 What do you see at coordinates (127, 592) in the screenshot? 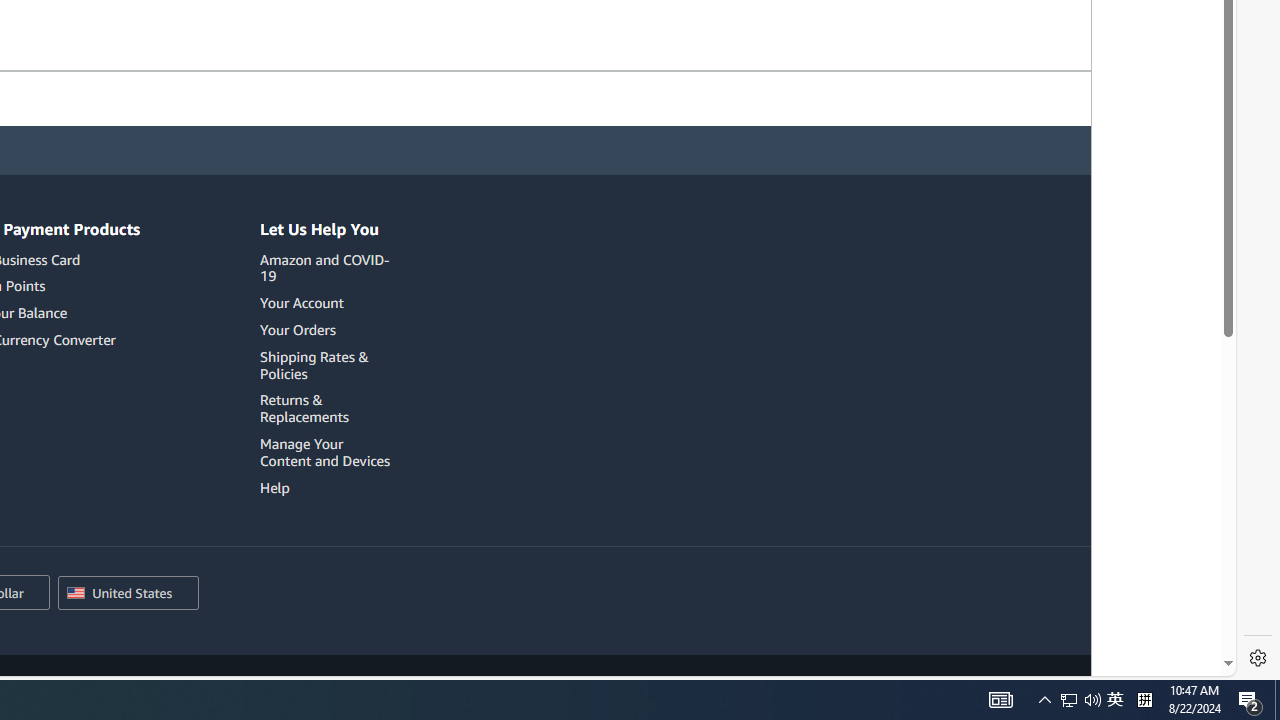
I see `'Choose a country/region for shopping.'` at bounding box center [127, 592].